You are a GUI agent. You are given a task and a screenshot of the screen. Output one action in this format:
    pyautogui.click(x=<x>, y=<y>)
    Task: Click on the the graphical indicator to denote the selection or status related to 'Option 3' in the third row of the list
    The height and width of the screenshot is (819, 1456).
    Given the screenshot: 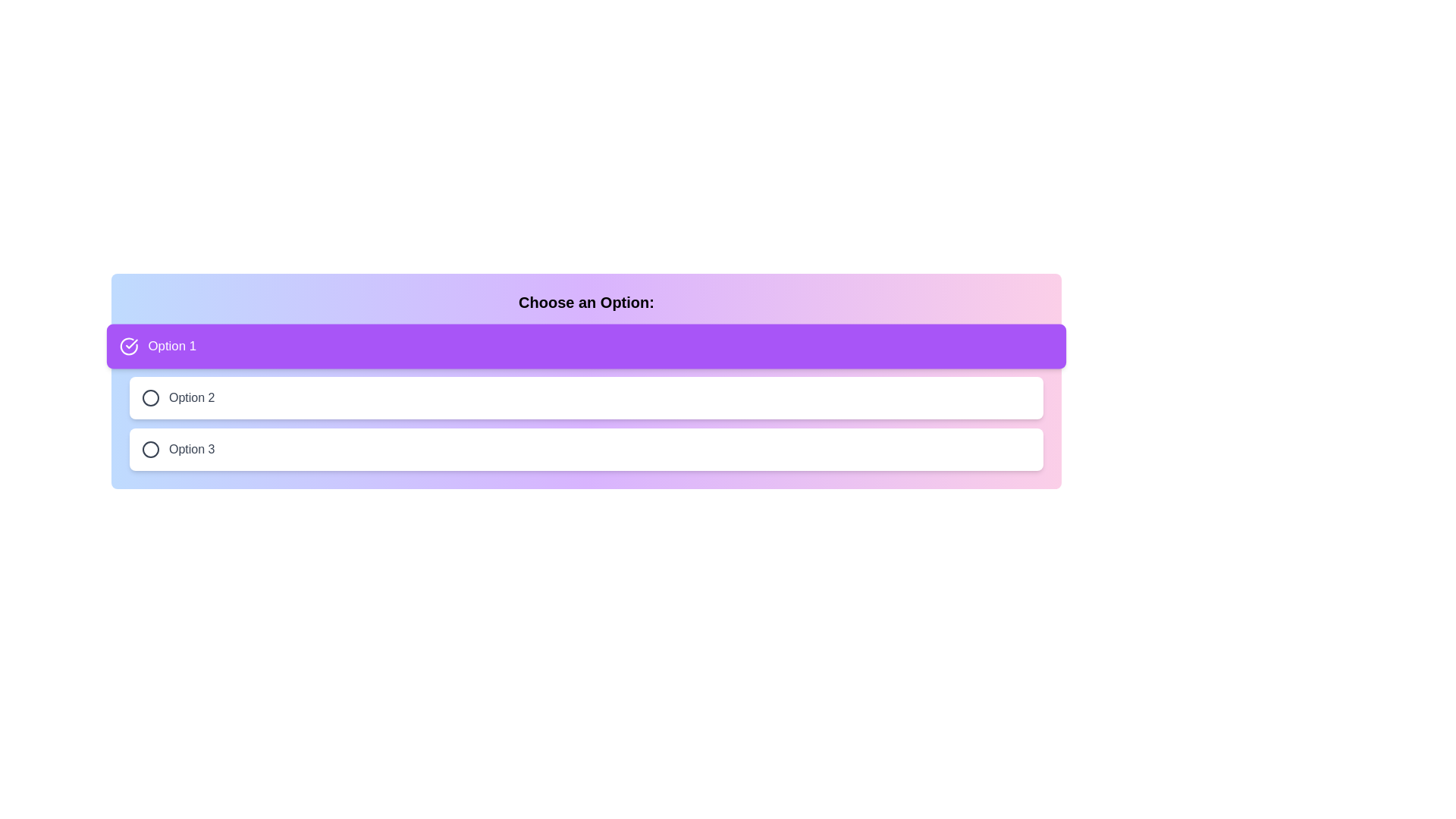 What is the action you would take?
    pyautogui.click(x=150, y=449)
    